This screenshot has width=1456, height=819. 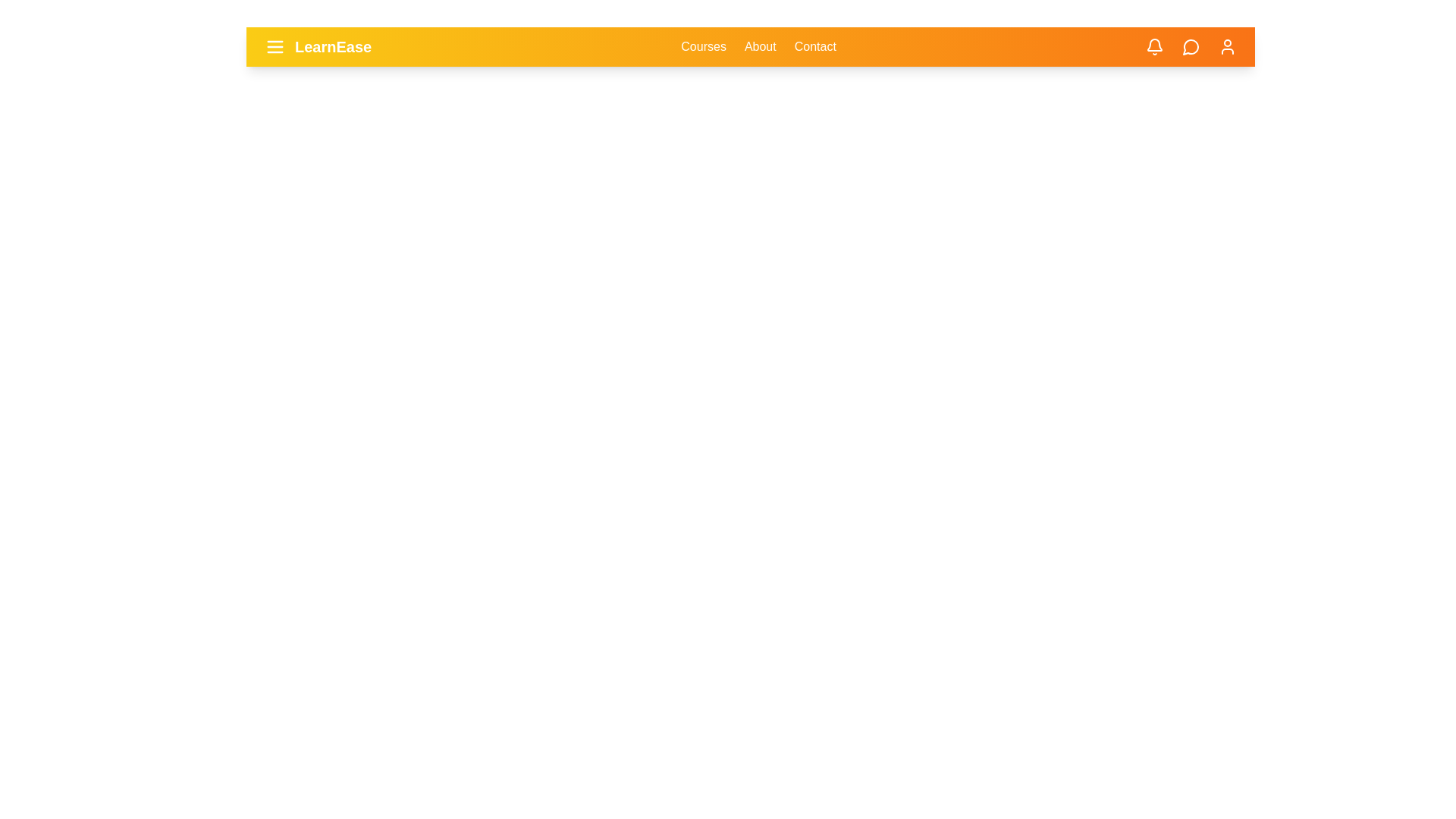 What do you see at coordinates (1227, 45) in the screenshot?
I see `the user icon to access the user profile` at bounding box center [1227, 45].